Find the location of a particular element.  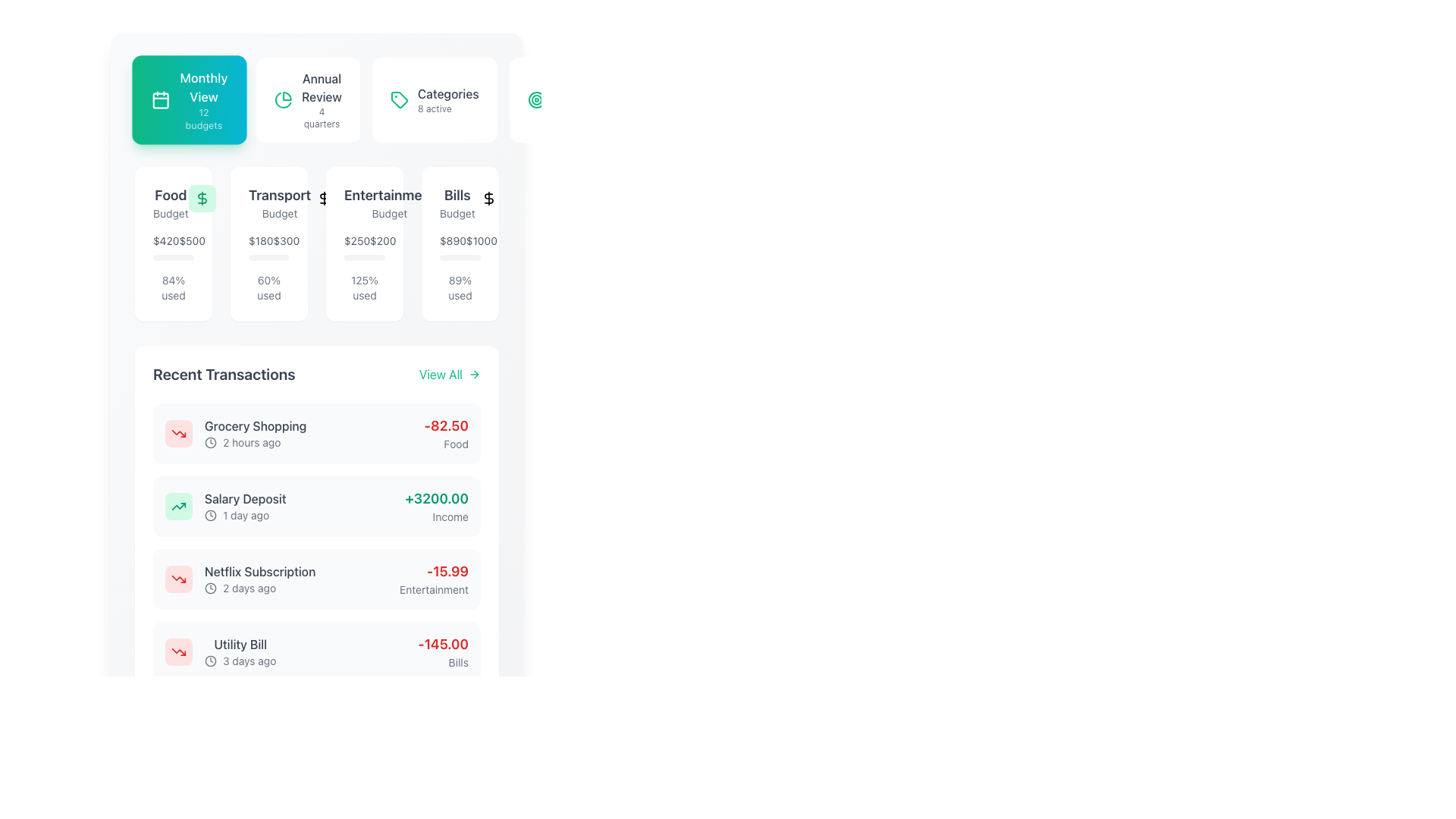

the small rounded icon with a green dollar sign in a light green circular background, located to the right of the 'Food' text under the 'Food Budget' section is located at coordinates (201, 198).